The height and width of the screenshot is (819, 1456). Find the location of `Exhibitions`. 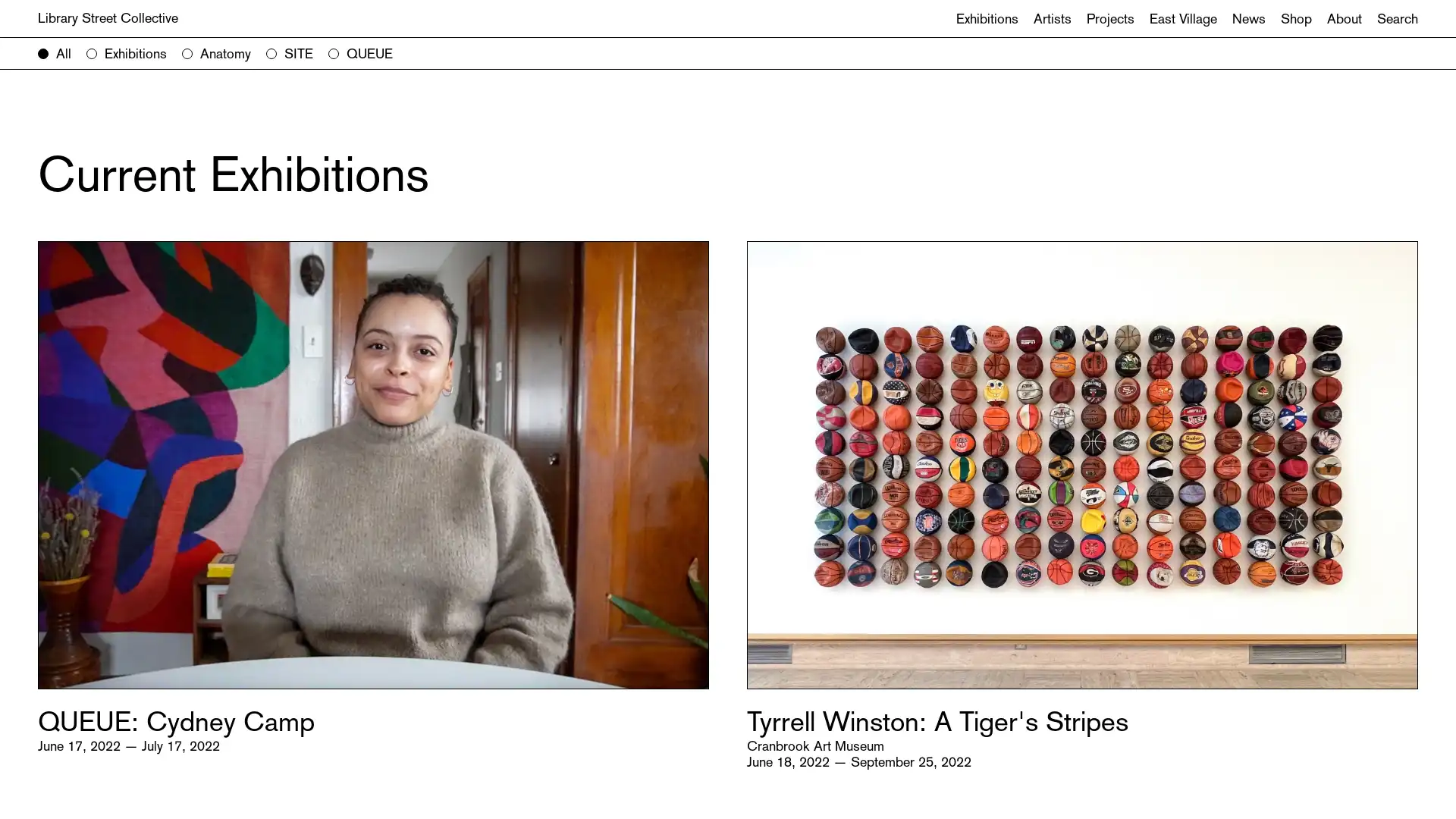

Exhibitions is located at coordinates (127, 52).